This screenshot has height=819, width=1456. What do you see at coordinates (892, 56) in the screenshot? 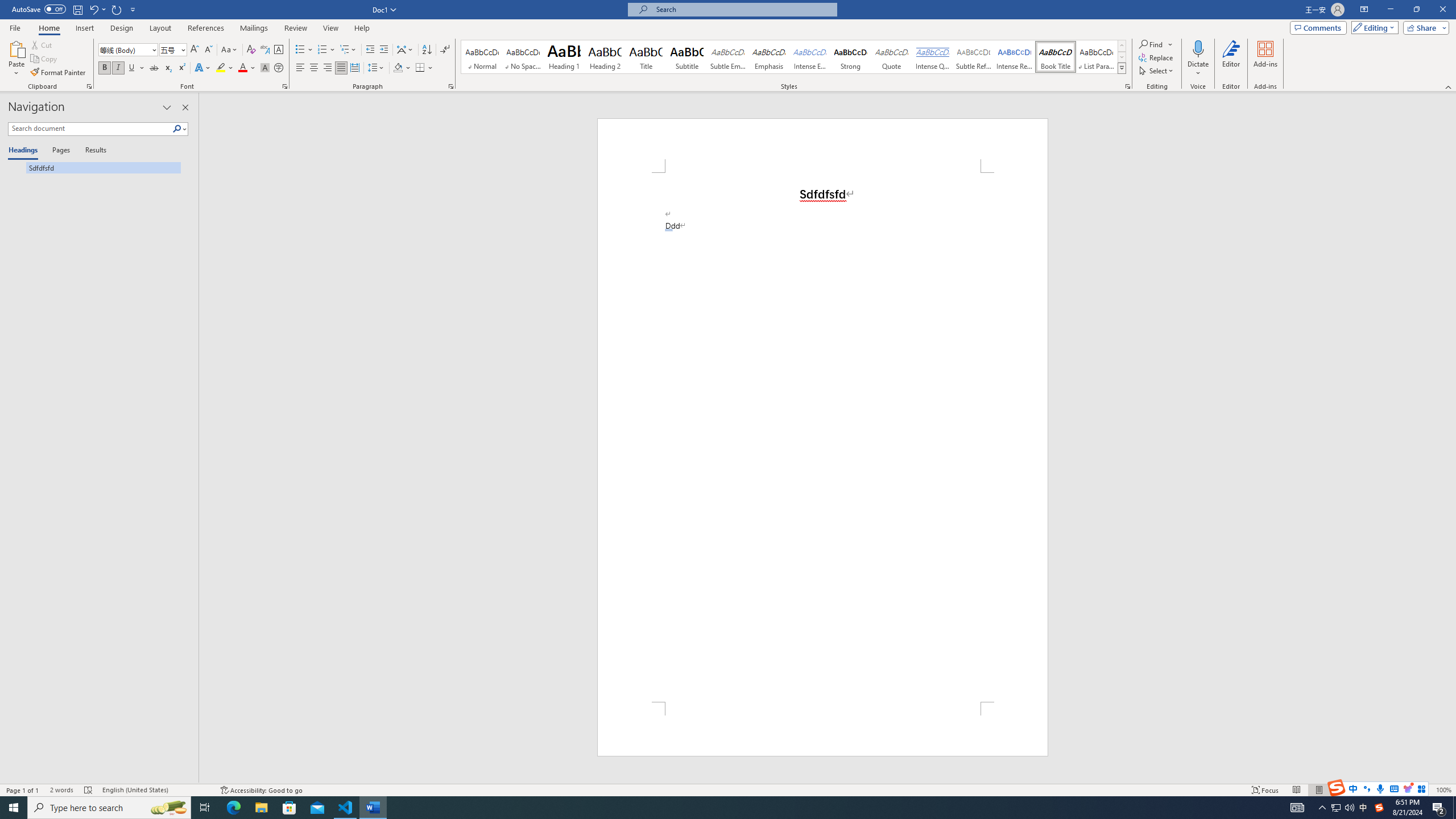
I see `'Quote'` at bounding box center [892, 56].